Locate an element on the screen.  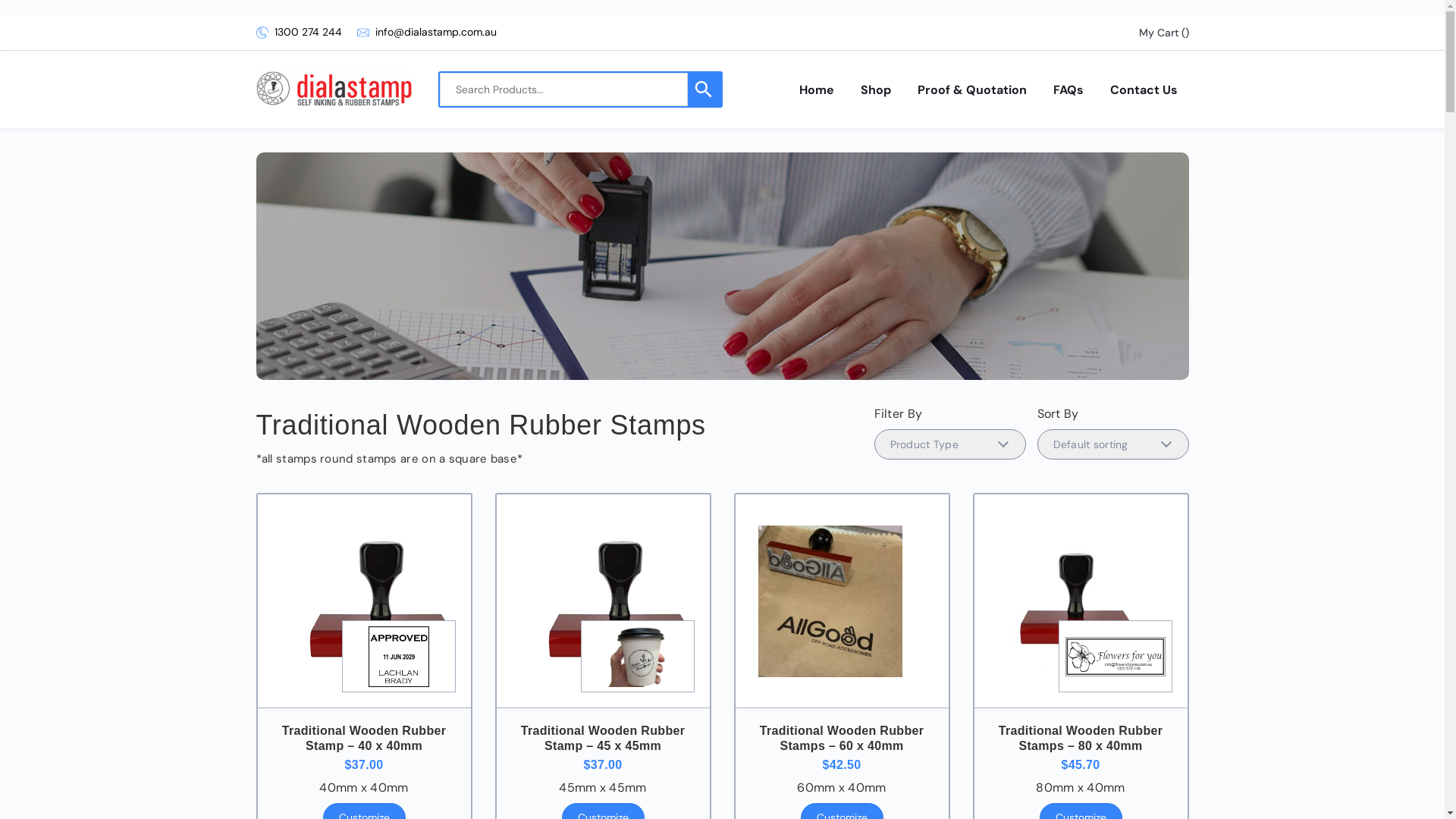
'Proof & Quotation' is located at coordinates (971, 89).